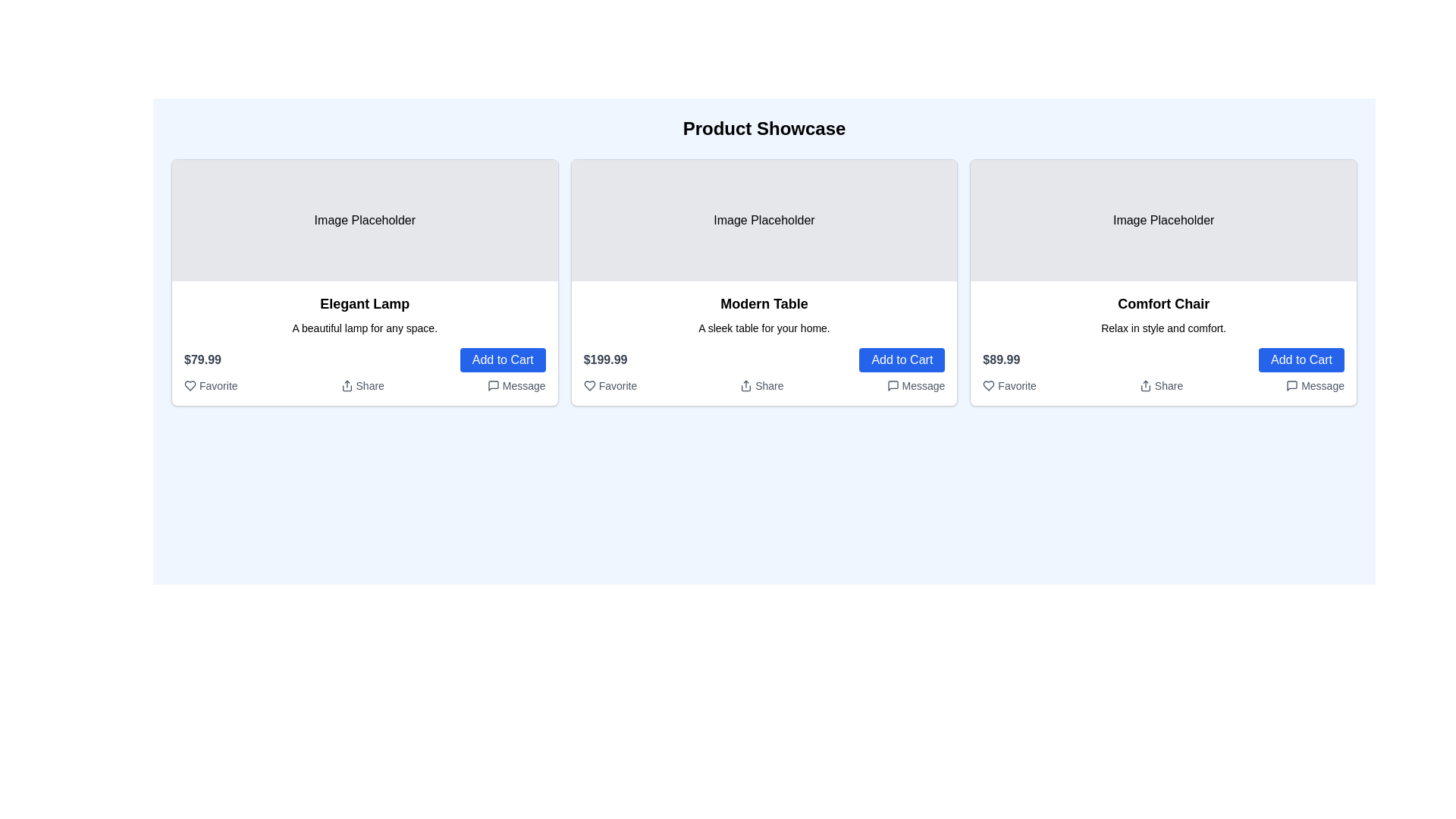 Image resolution: width=1456 pixels, height=819 pixels. Describe the element at coordinates (764, 220) in the screenshot. I see `the light gray rectangular block labeled 'Image Placeholder' that is centered above the title 'Modern Table' in the top center card of a three-card layout` at that location.